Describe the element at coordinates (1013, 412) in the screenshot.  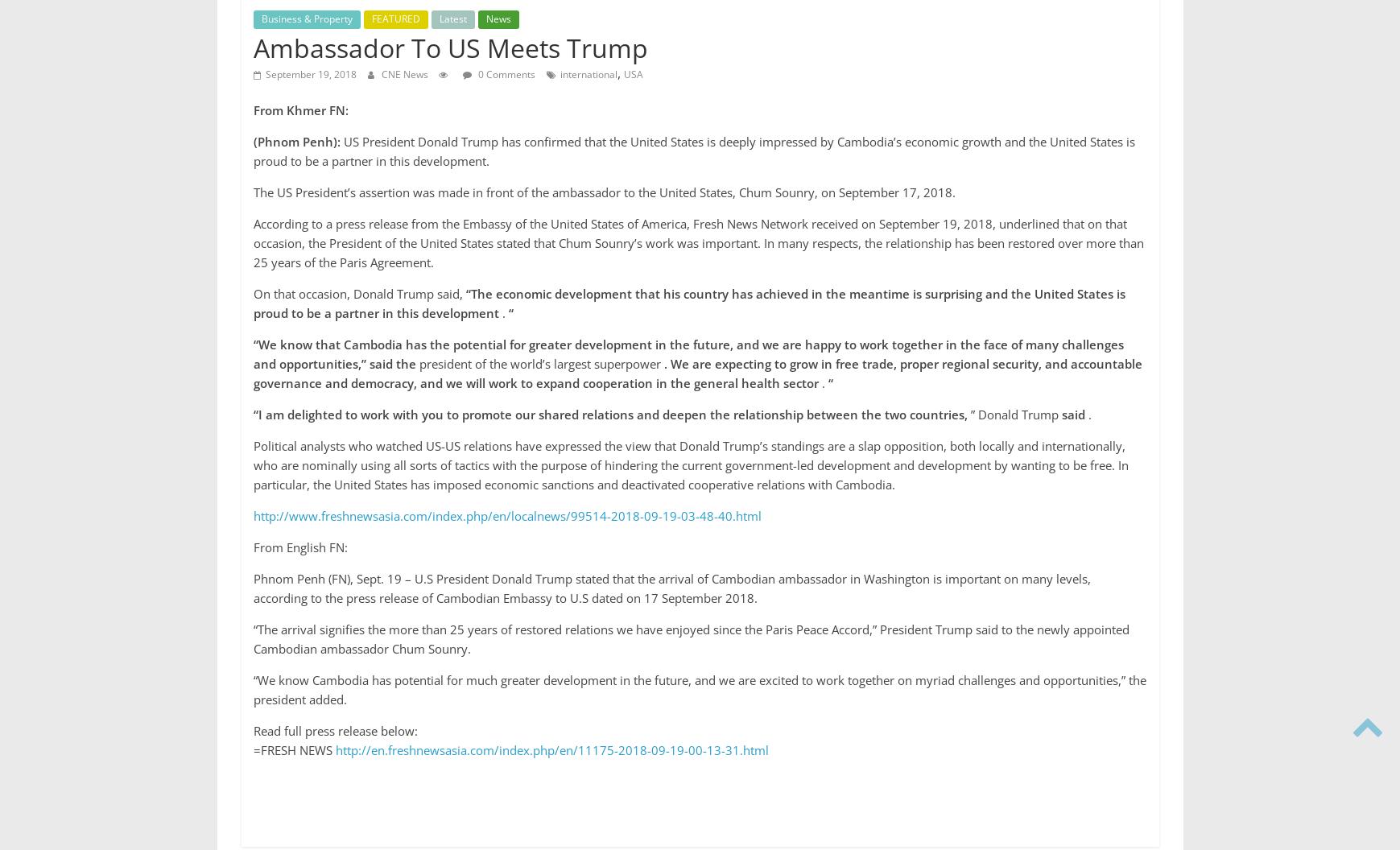
I see `'” Donald Trump'` at that location.